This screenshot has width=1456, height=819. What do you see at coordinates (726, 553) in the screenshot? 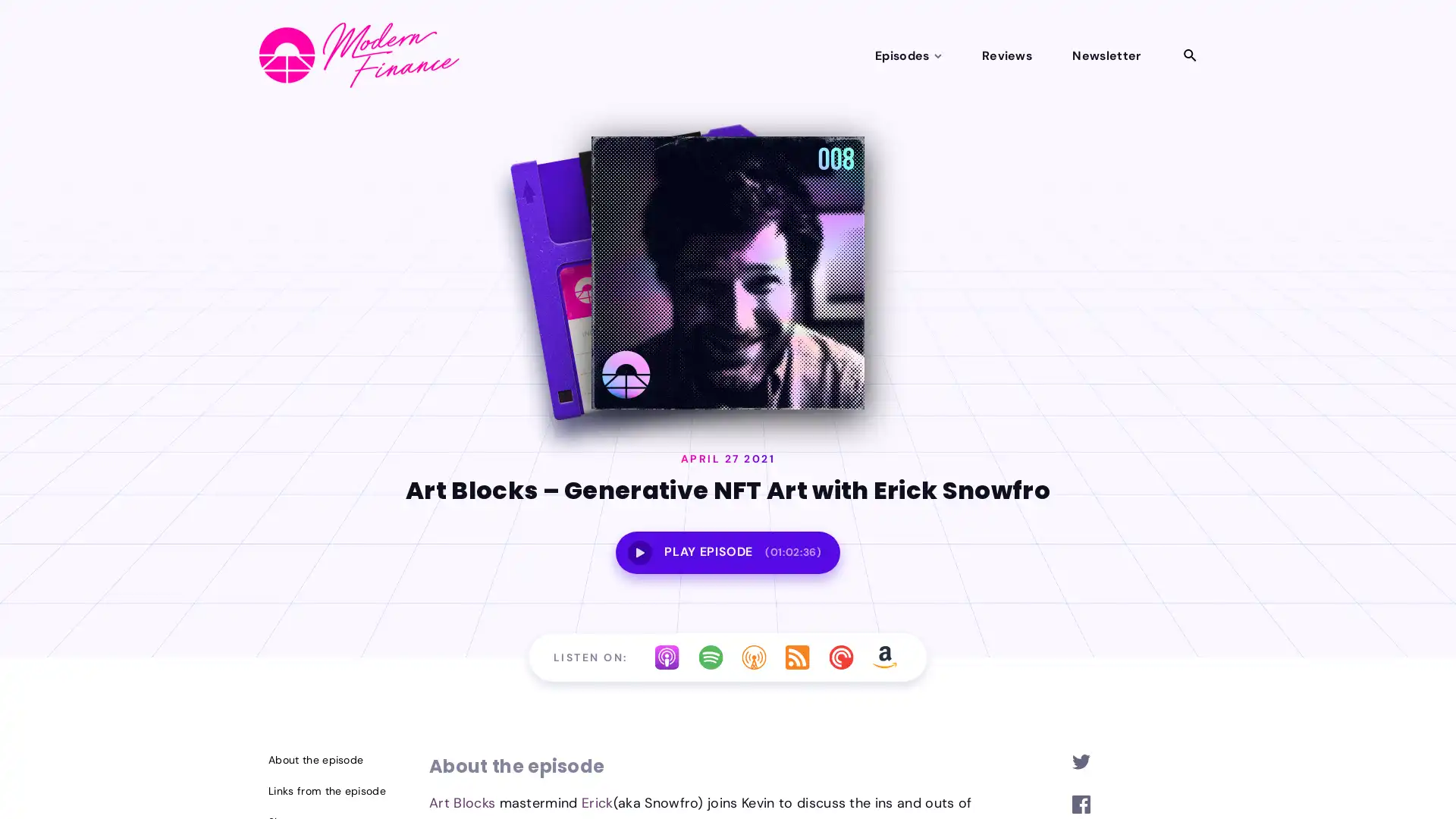
I see `PLAY EPISODE(01:02:36)` at bounding box center [726, 553].